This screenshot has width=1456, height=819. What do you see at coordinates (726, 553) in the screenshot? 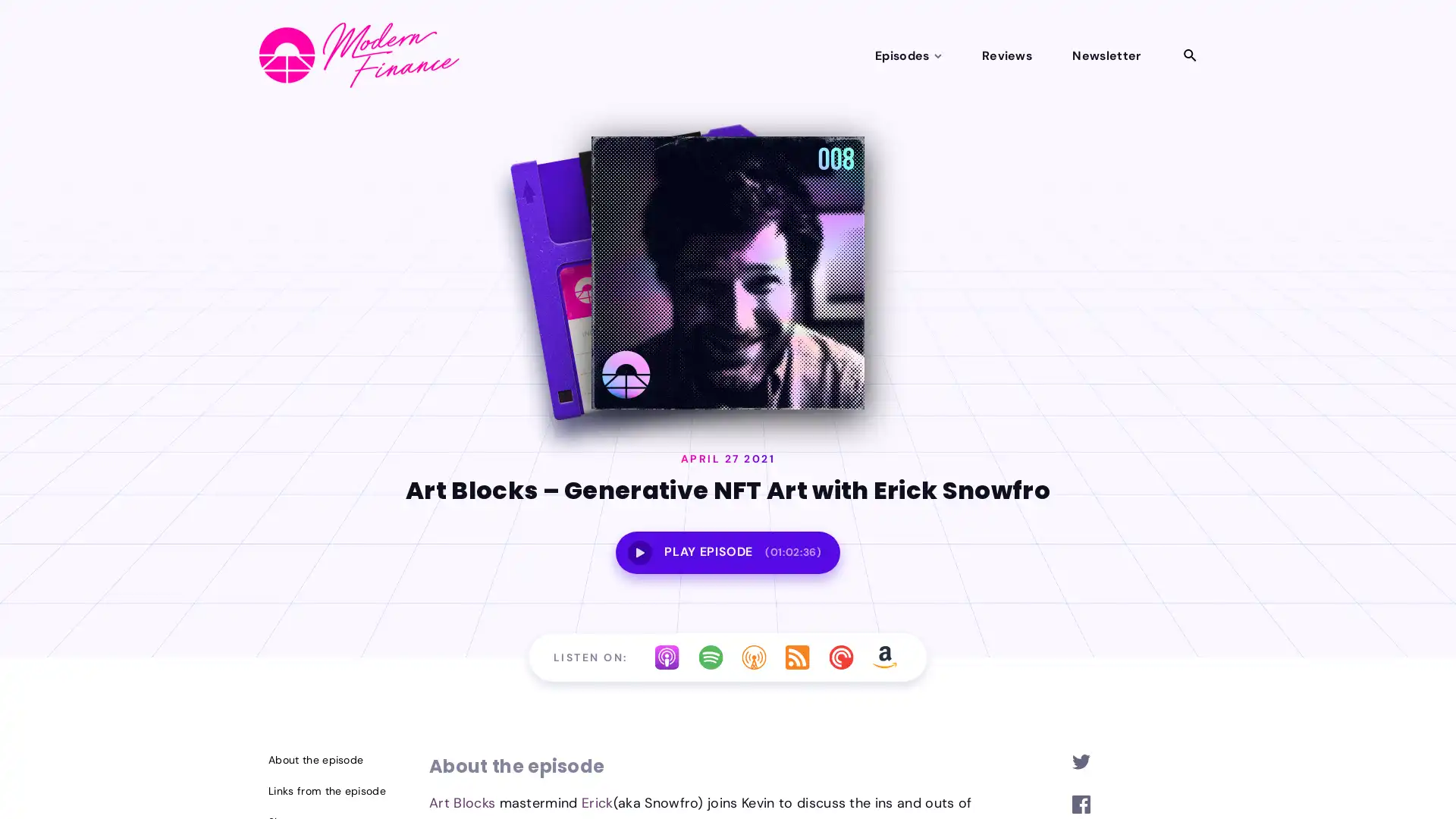
I see `PLAY EPISODE(01:02:36)` at bounding box center [726, 553].